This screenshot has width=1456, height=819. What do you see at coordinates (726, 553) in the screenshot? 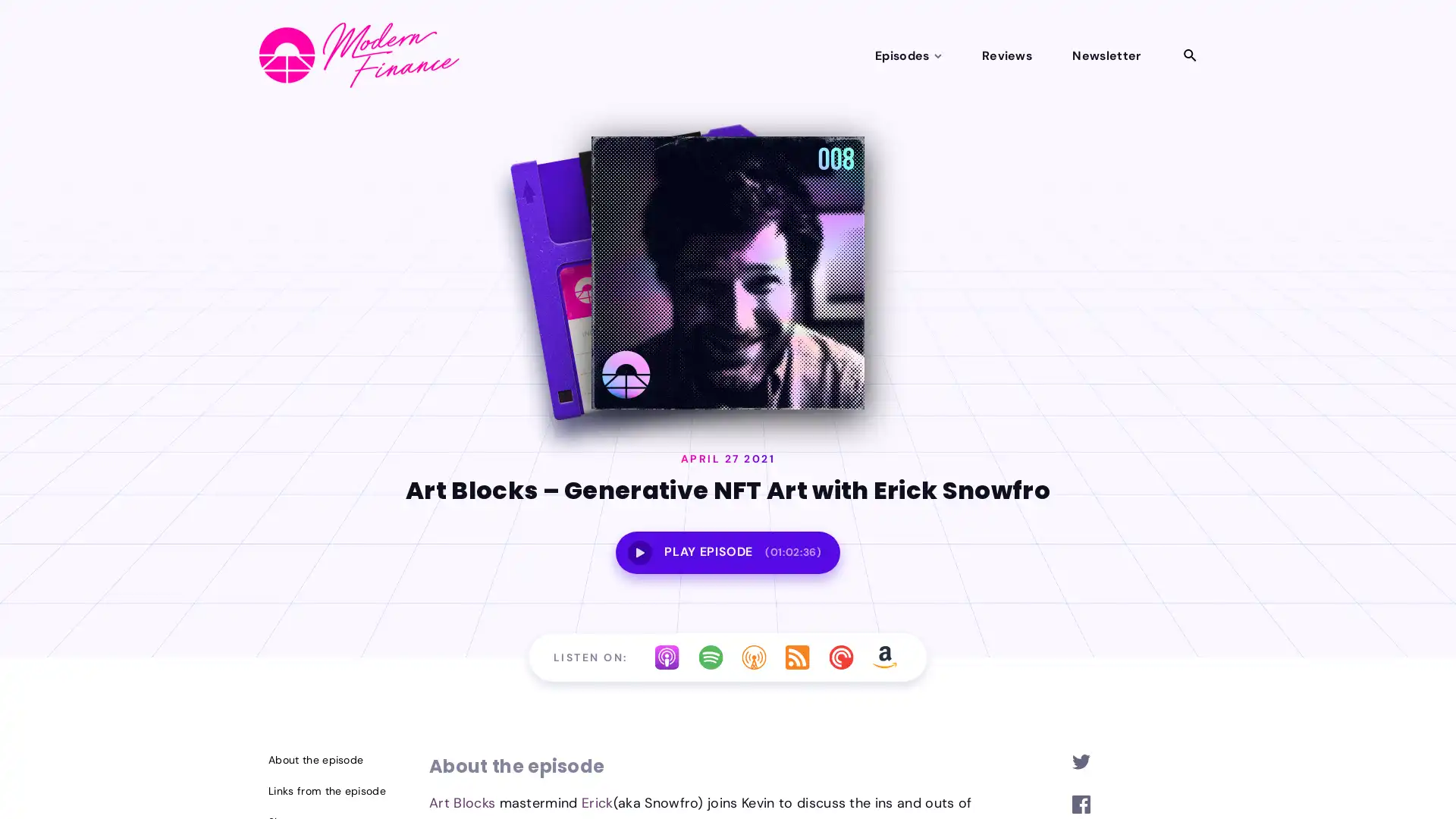
I see `PLAY EPISODE(01:02:36)` at bounding box center [726, 553].